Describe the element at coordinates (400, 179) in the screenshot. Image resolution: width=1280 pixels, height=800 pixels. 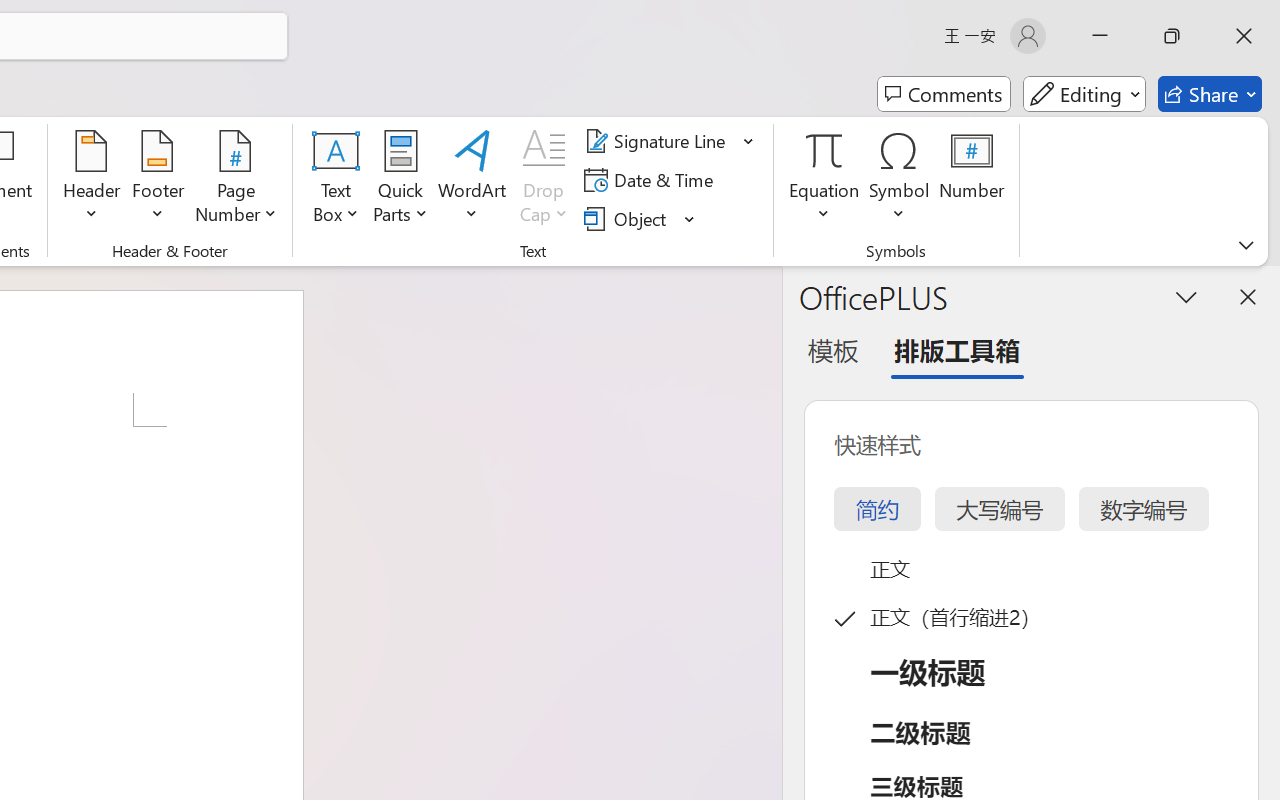
I see `'Quick Parts'` at that location.